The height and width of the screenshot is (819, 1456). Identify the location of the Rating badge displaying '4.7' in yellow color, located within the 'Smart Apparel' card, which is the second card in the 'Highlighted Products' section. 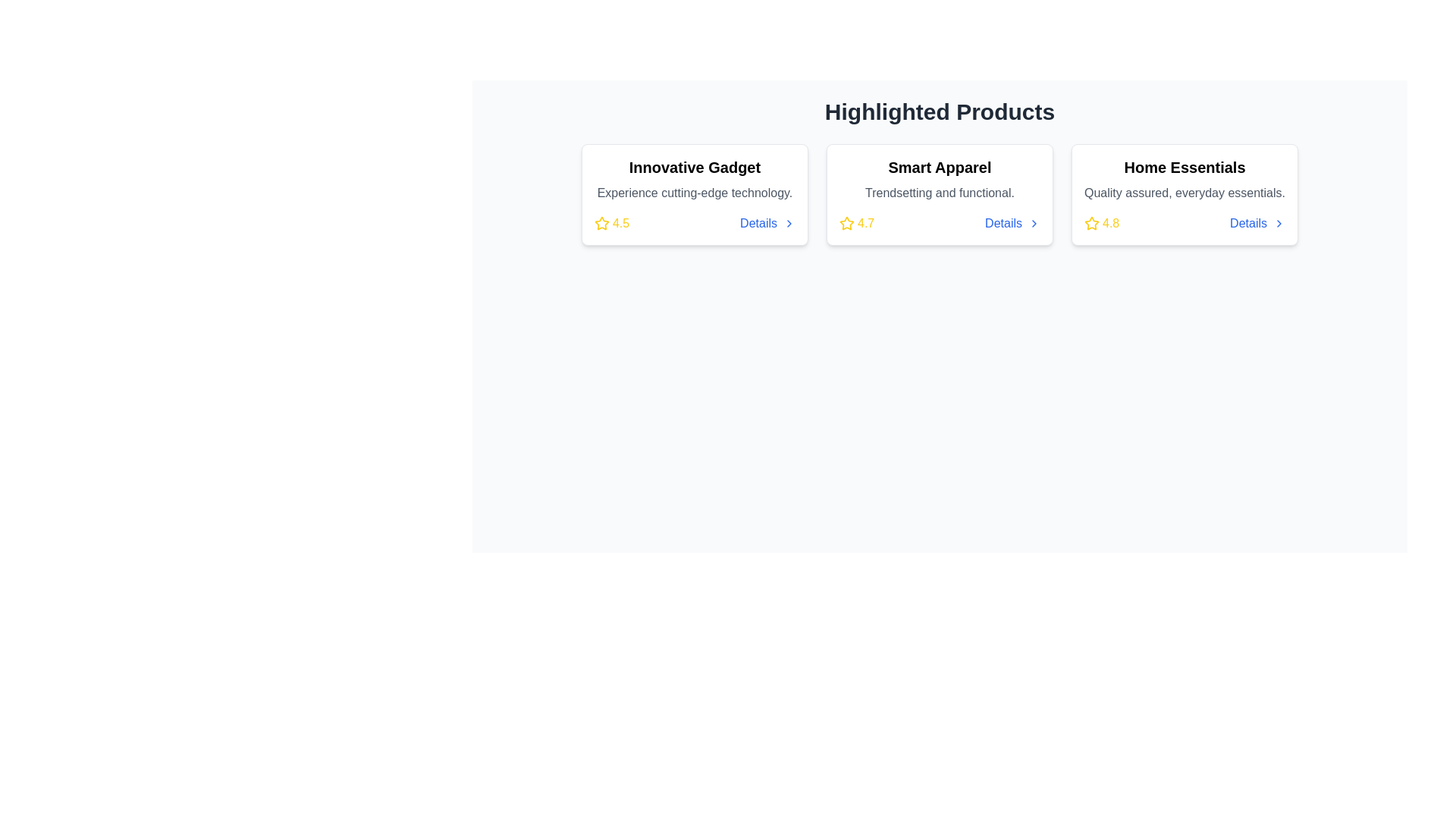
(857, 223).